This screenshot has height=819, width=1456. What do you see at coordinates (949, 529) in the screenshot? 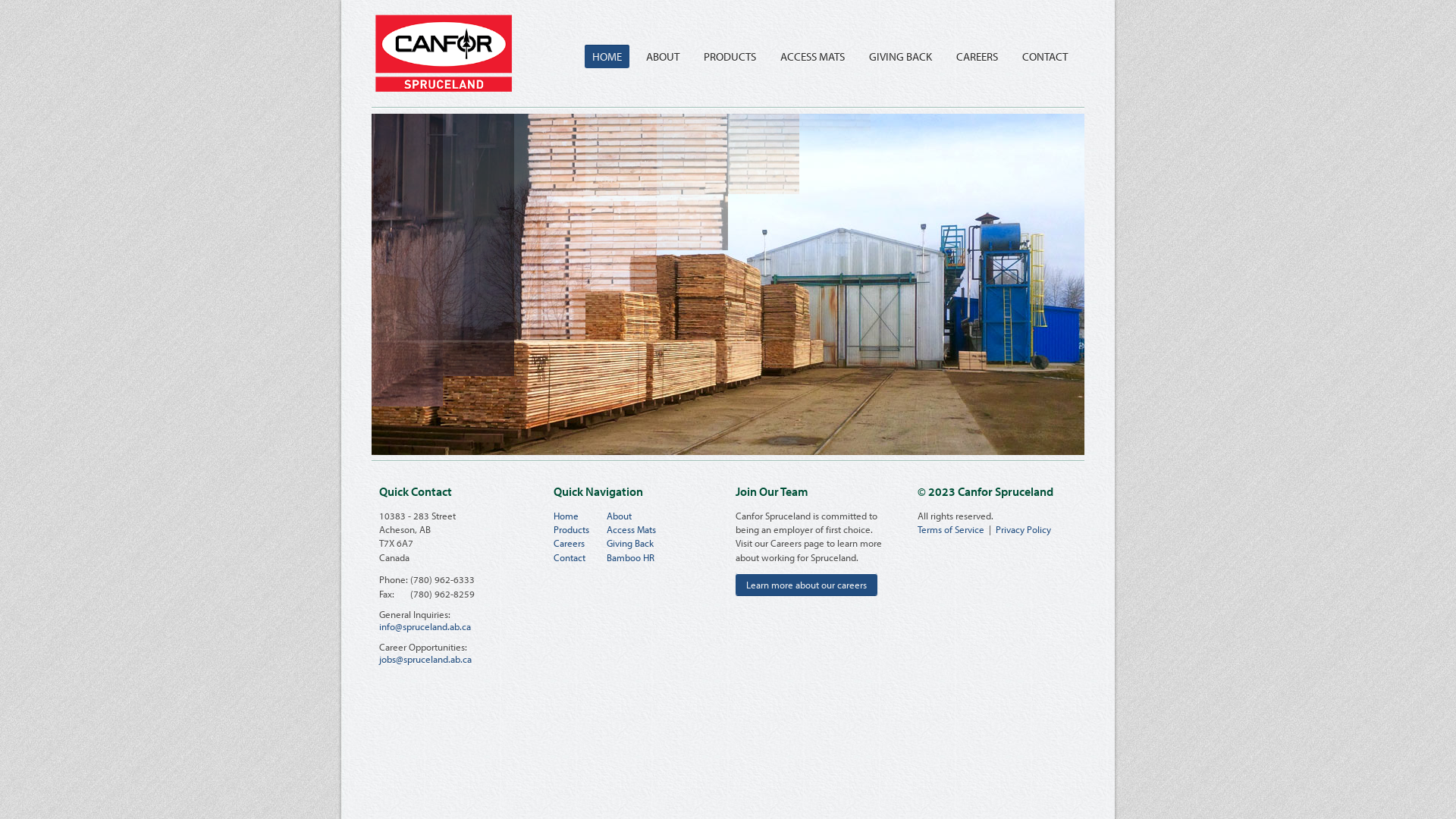
I see `'Terms of Service'` at bounding box center [949, 529].